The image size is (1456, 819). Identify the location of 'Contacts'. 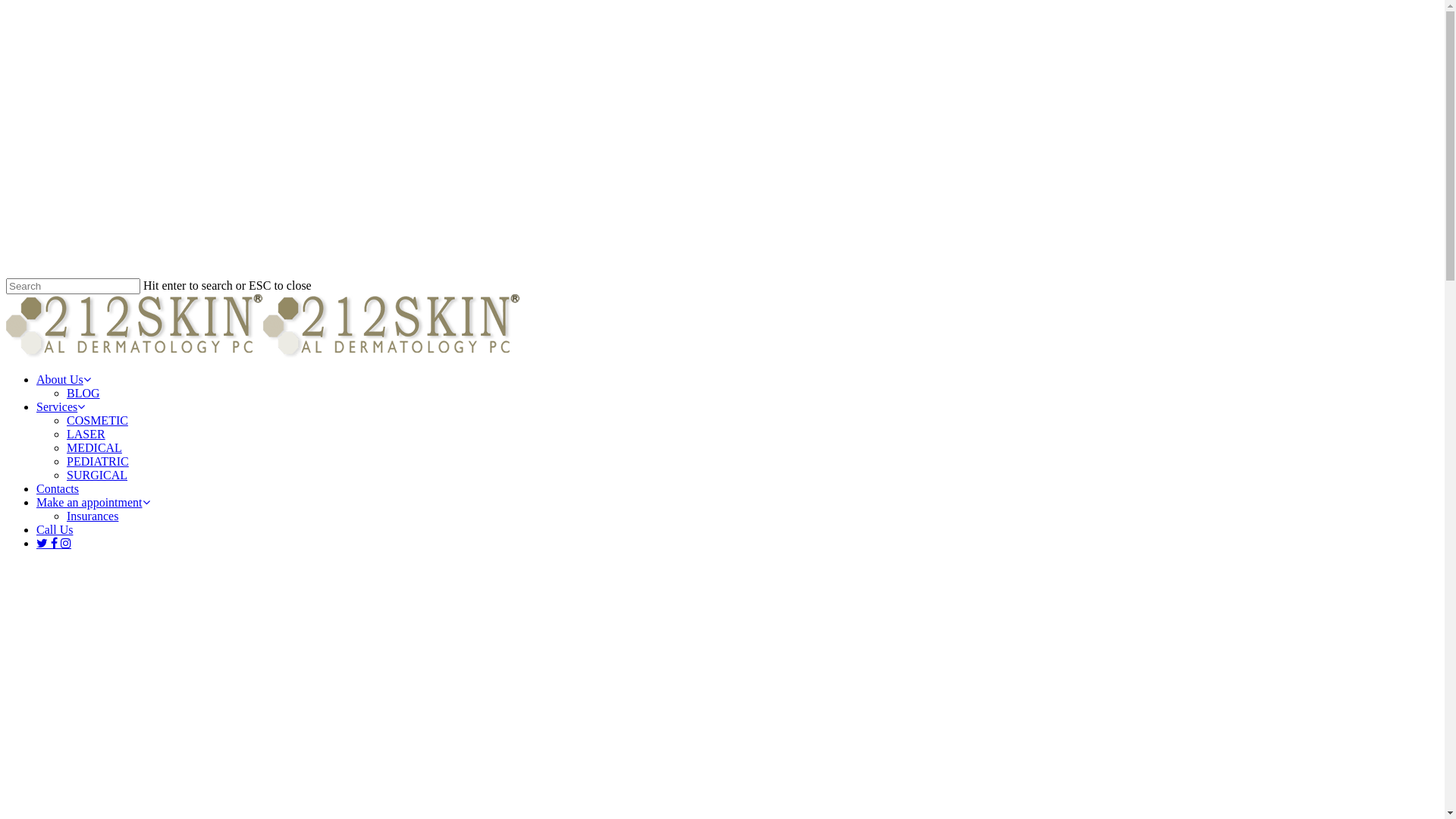
(58, 488).